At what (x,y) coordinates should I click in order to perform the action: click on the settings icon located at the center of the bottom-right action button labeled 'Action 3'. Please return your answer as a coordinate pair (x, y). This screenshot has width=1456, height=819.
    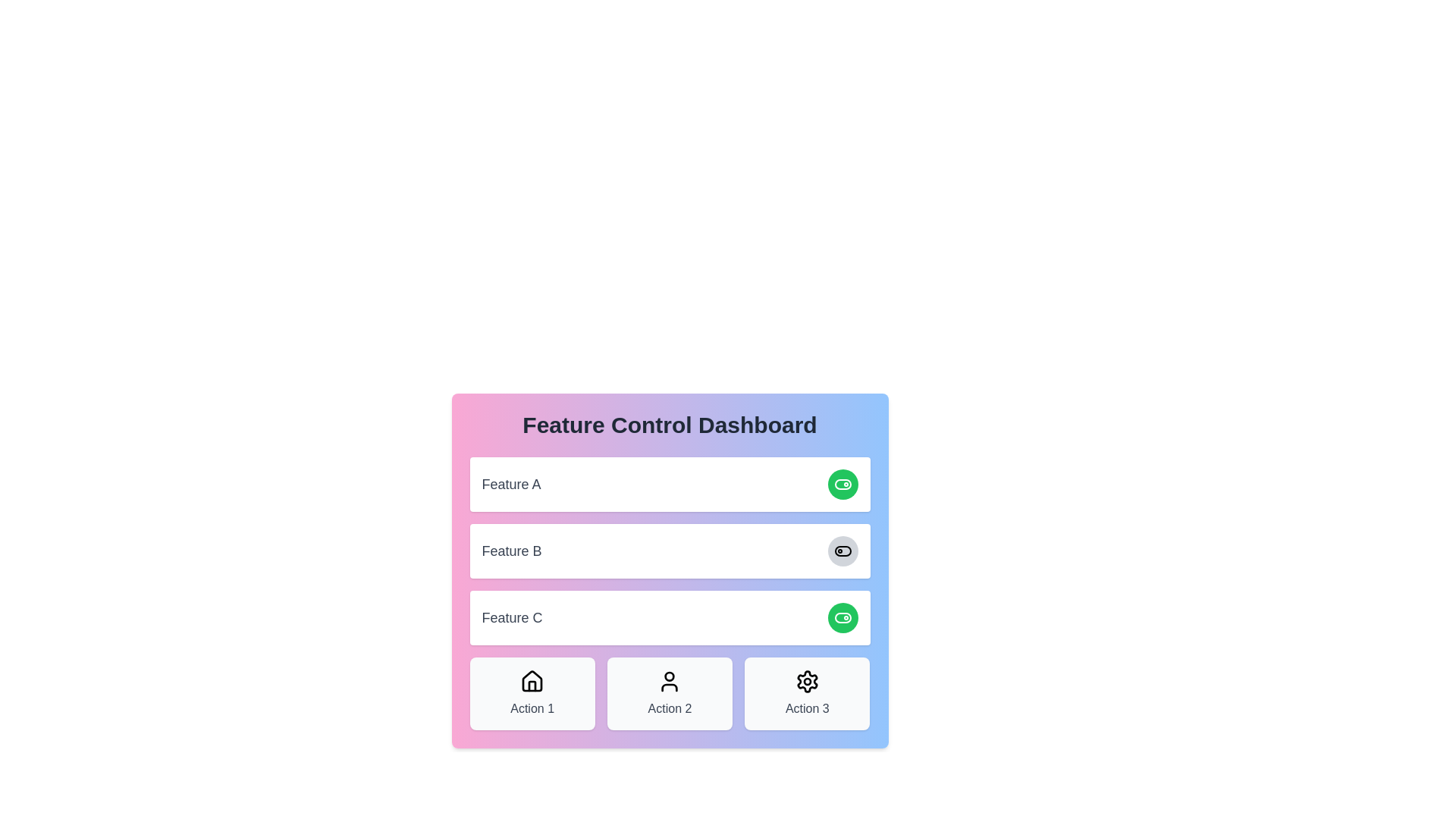
    Looking at the image, I should click on (806, 680).